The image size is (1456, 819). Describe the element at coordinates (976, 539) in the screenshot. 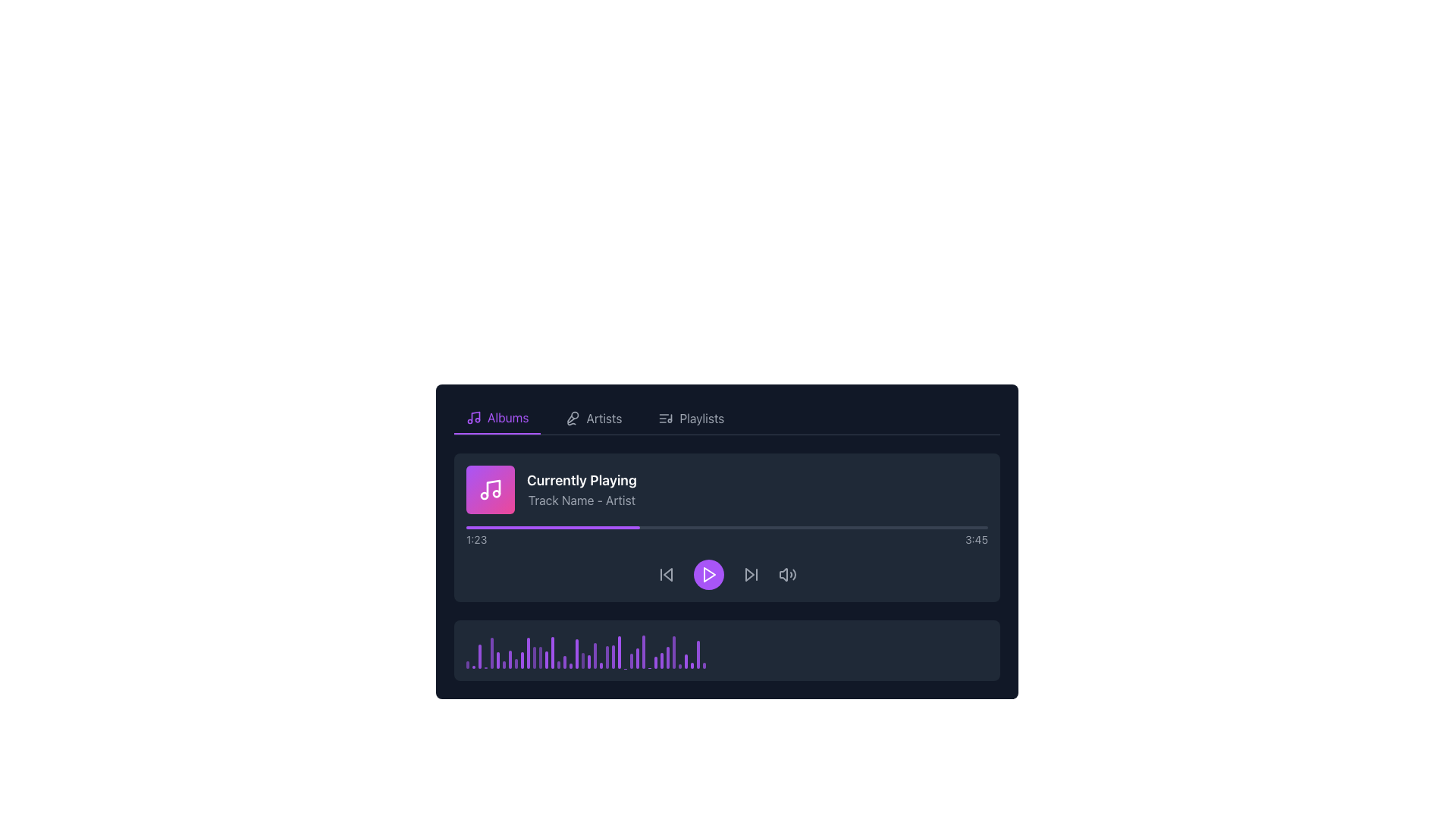

I see `the Text label displaying '3:45' styled in gray on a dark background, located on the right side of the time progression bar interface` at that location.